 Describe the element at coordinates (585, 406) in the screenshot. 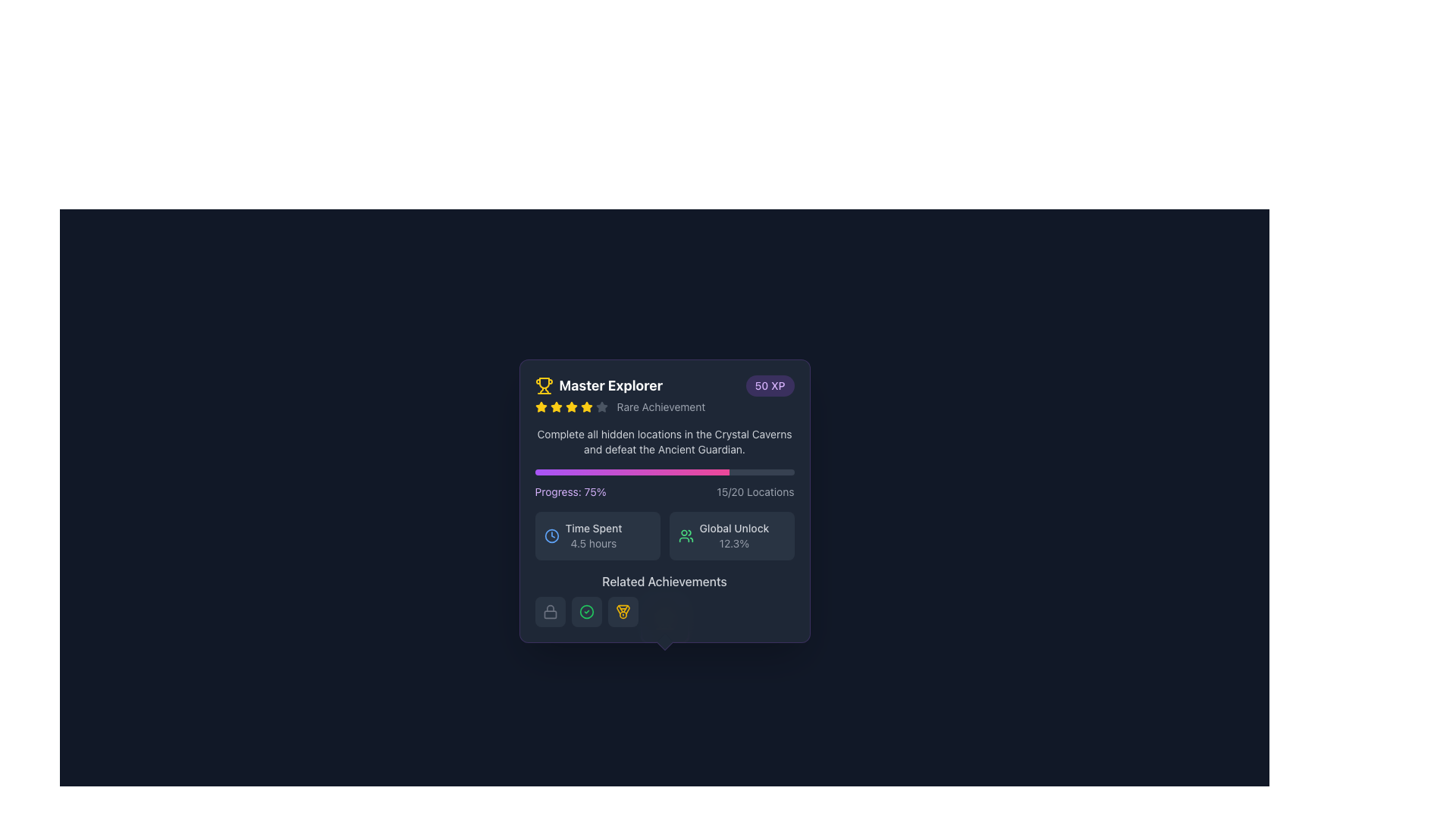

I see `the yellow star icon, which is the sixth icon in a horizontal row under the 'Master Explorer' heading, positioned between the fifth yellow star and the gray outlined star` at that location.